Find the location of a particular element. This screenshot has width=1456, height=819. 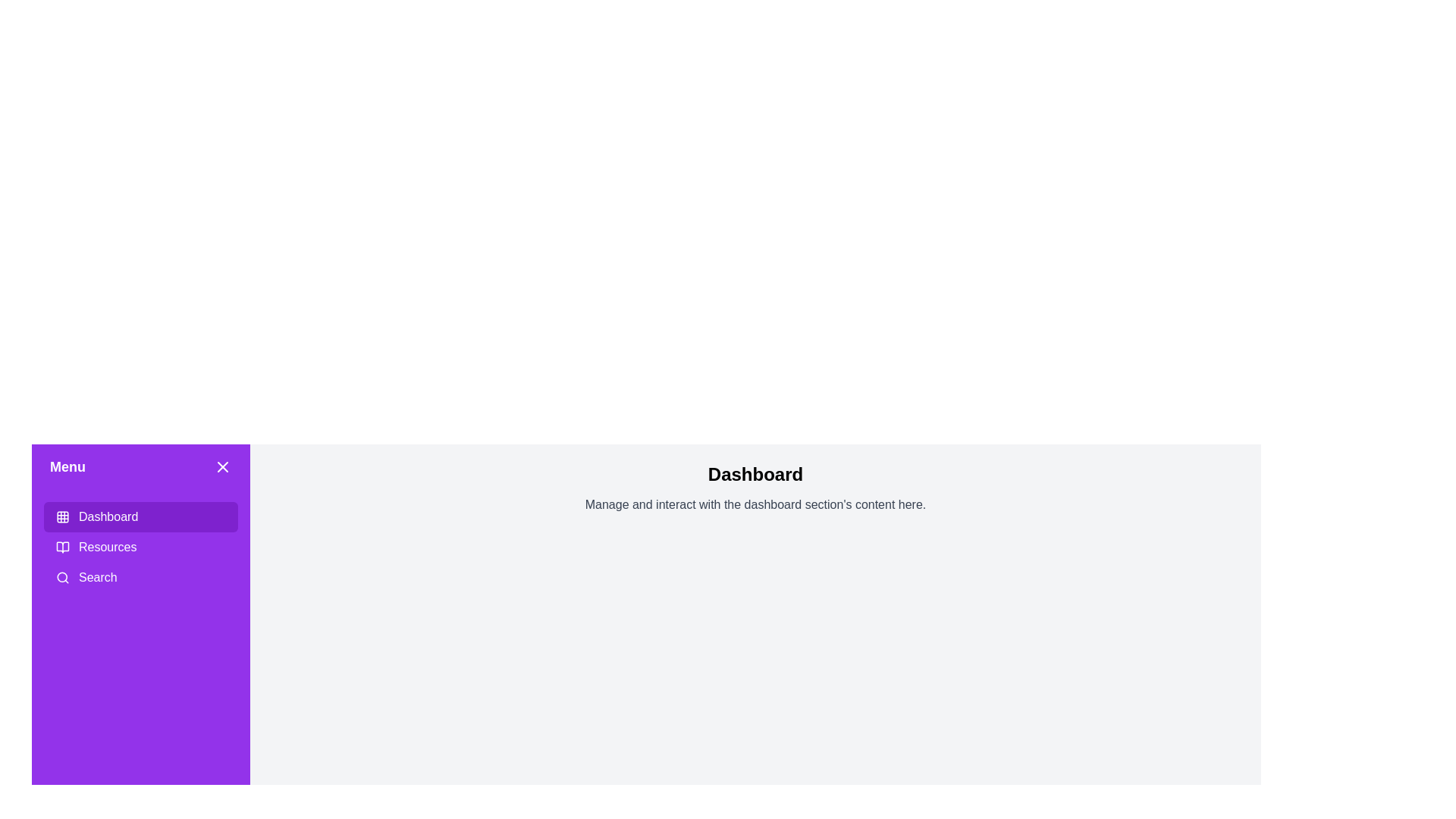

the close or dismiss icon with an 'X' shape located in the top-right corner of the purple sidebar to trigger a tooltip or highlight effect is located at coordinates (221, 466).